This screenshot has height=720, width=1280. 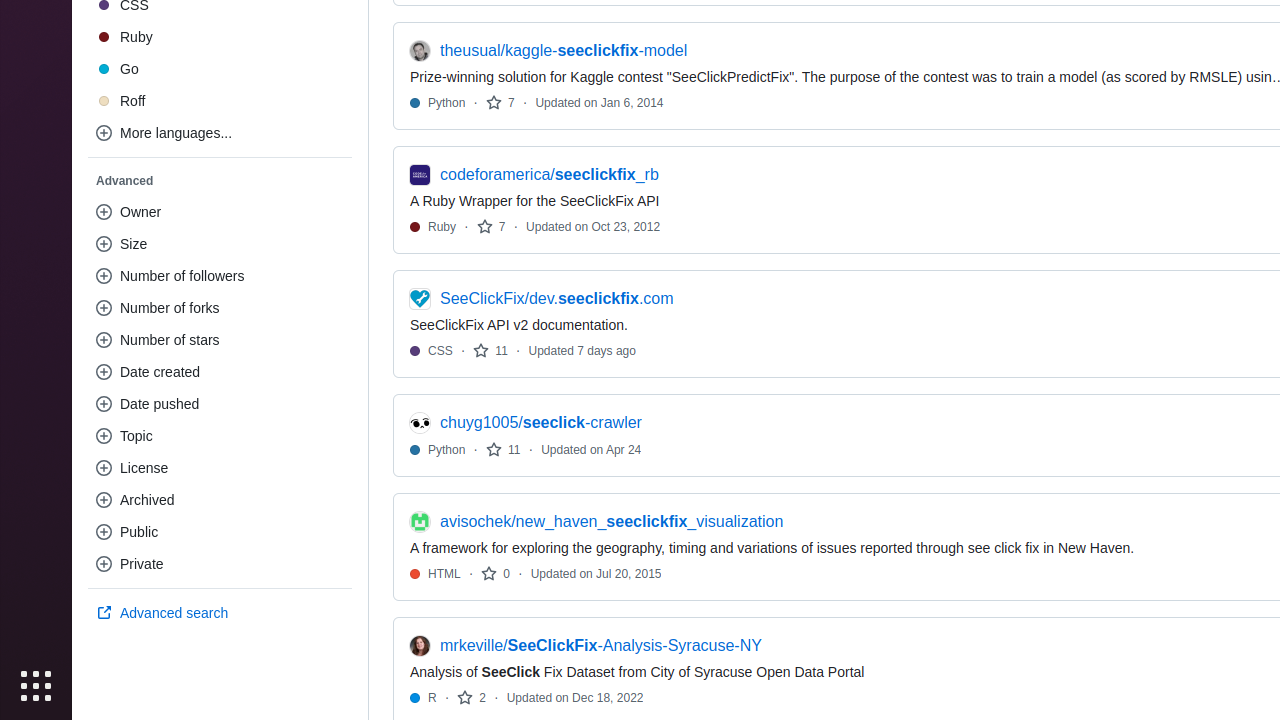 I want to click on '‎Number of followers‎', so click(x=220, y=275).